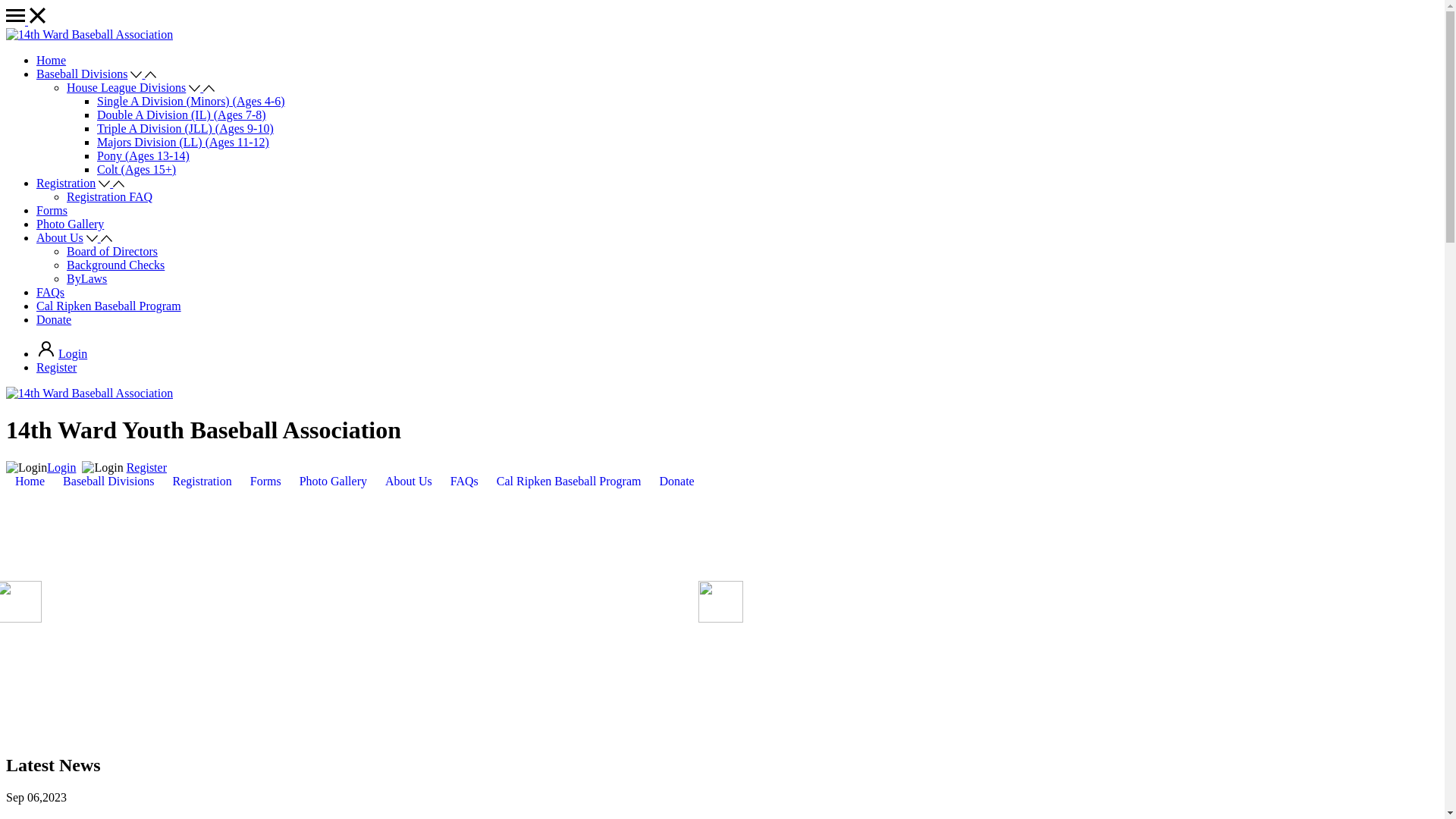 This screenshot has width=1456, height=819. Describe the element at coordinates (72, 353) in the screenshot. I see `'Login'` at that location.